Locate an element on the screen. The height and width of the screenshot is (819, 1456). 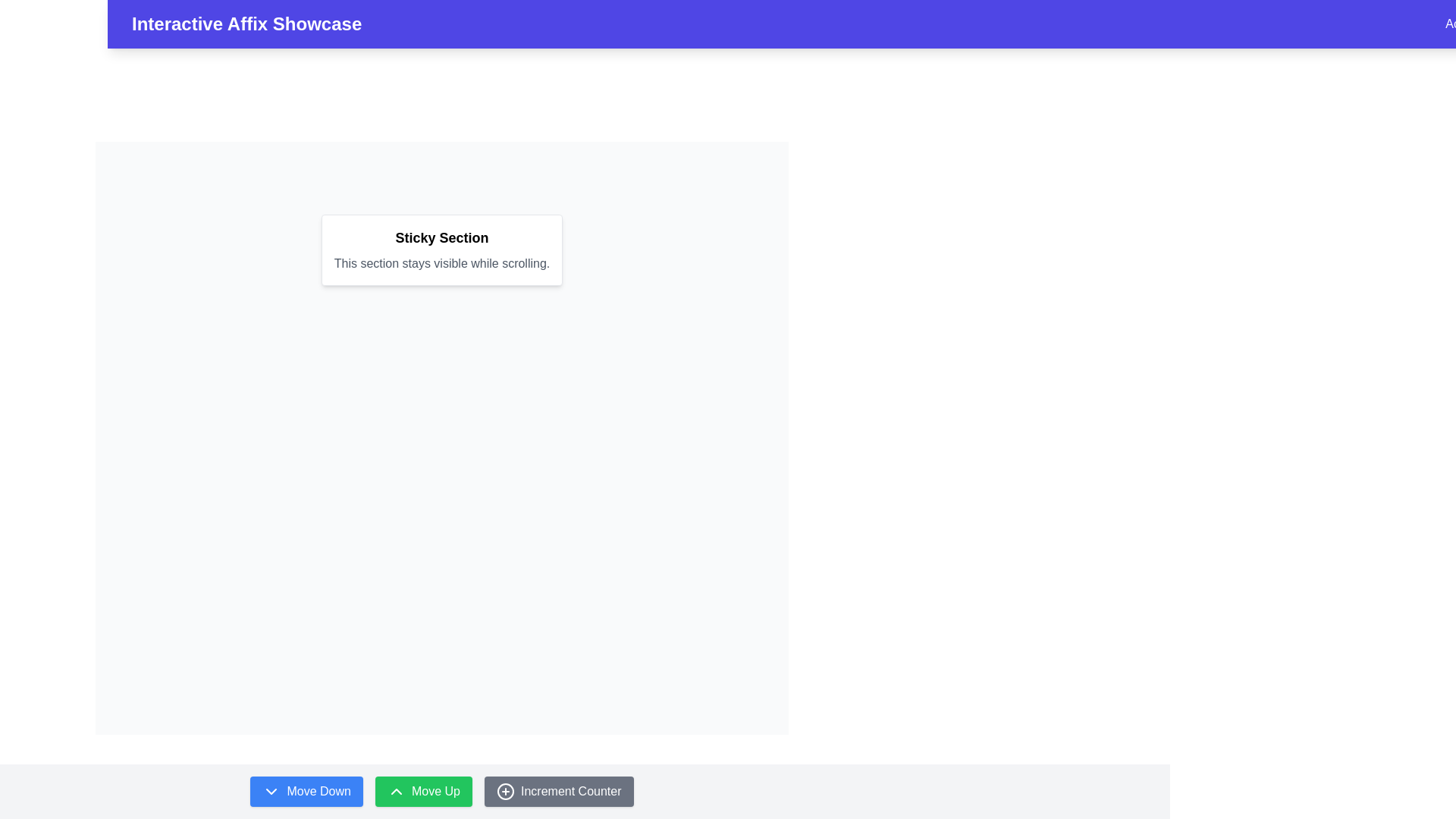
the 'Increment Counter' icon located in the bottom-right corner of the interface is located at coordinates (506, 791).